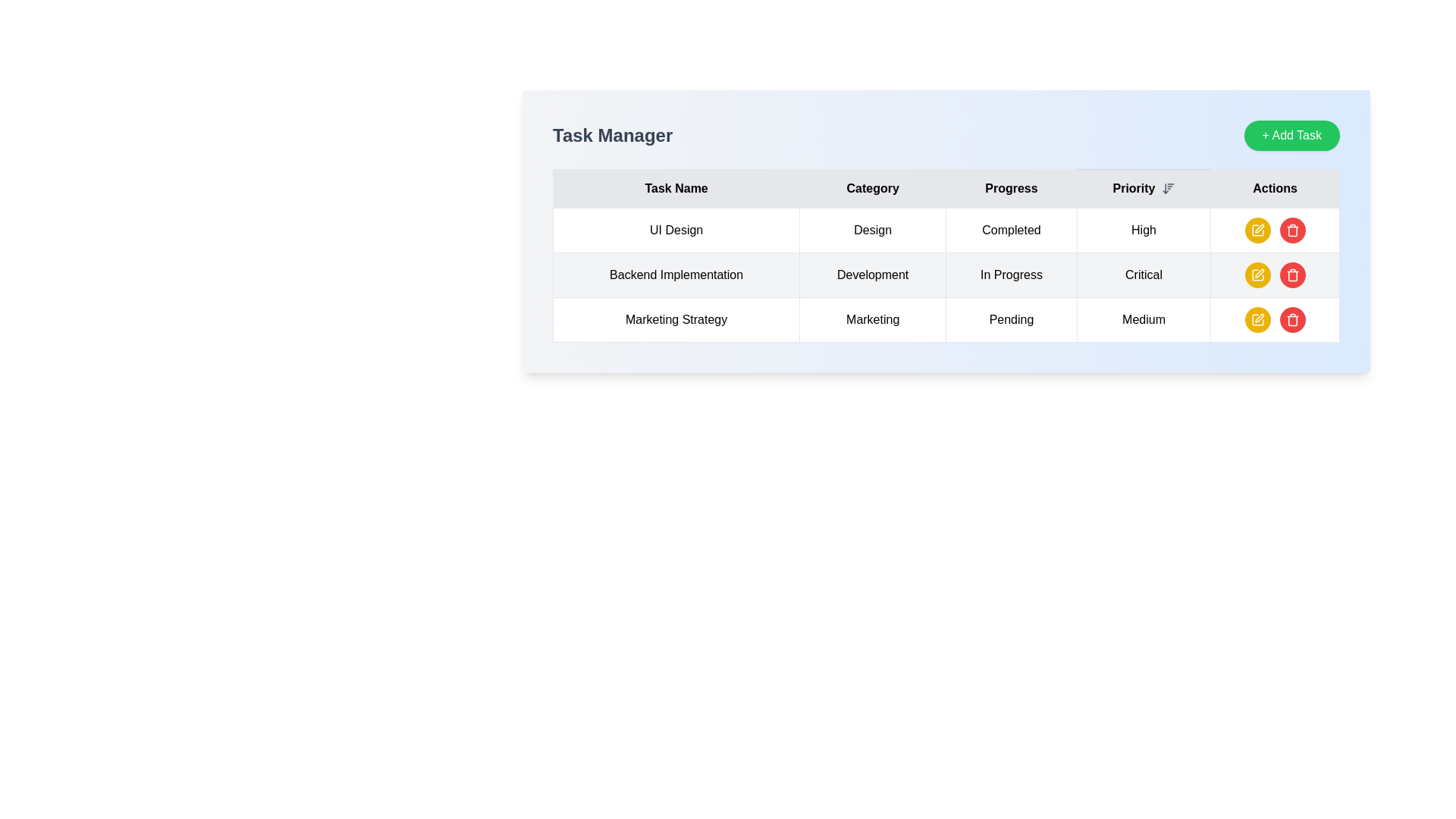 This screenshot has height=819, width=1456. What do you see at coordinates (1274, 318) in the screenshot?
I see `the yellow button with a pencil icon` at bounding box center [1274, 318].